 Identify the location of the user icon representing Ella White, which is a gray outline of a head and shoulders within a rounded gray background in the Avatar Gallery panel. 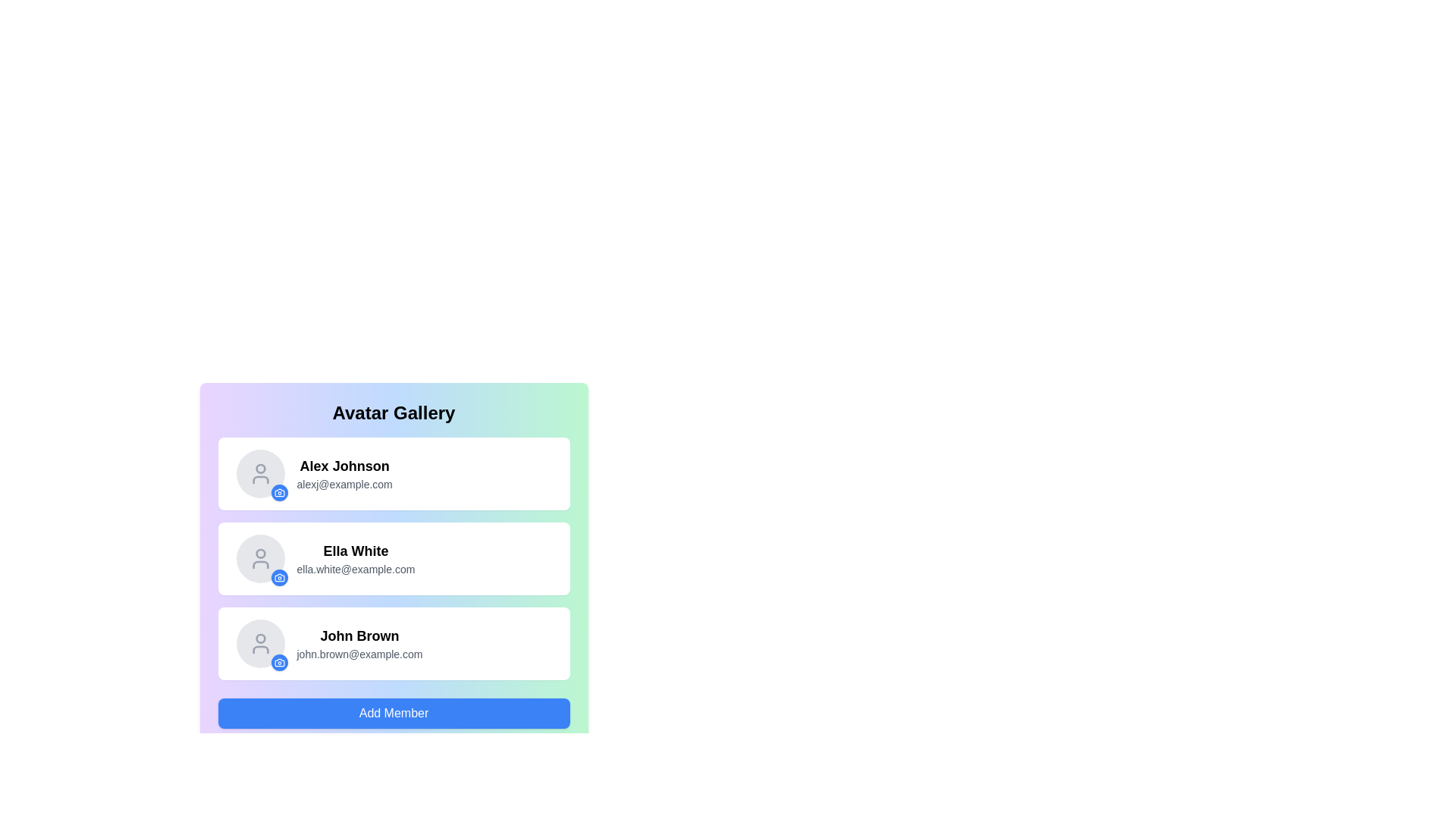
(260, 558).